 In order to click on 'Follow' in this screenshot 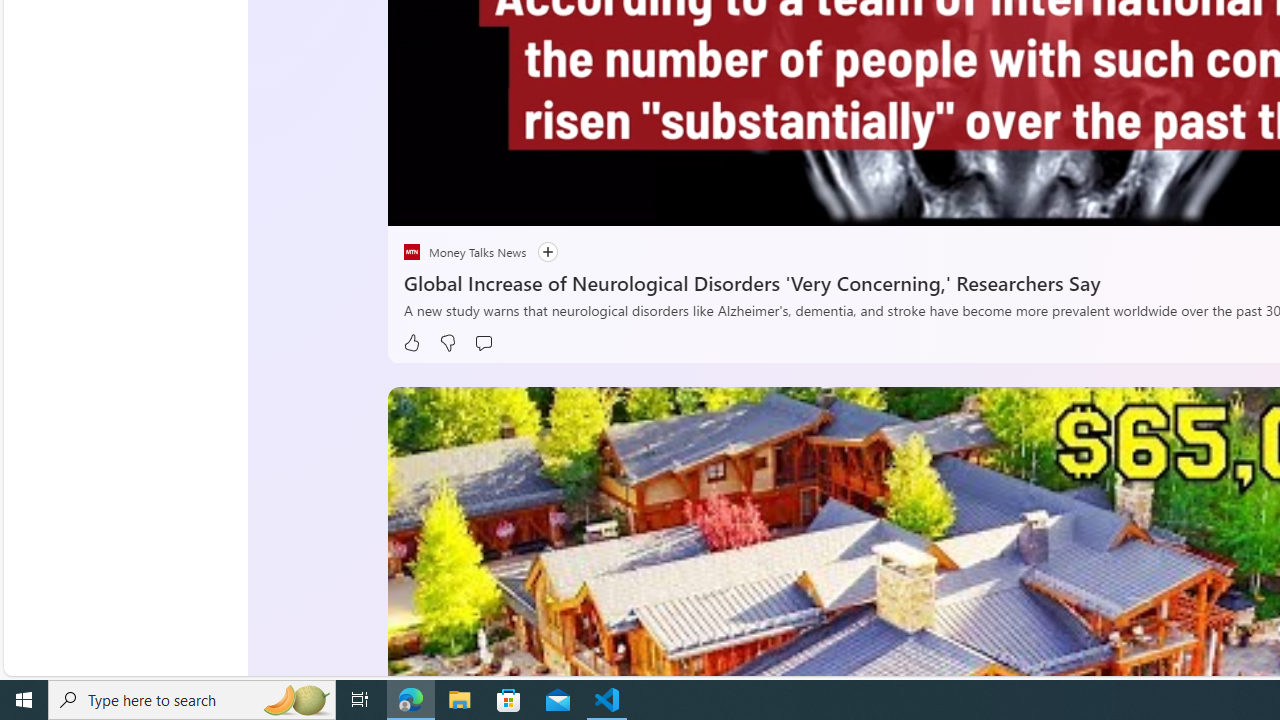, I will do `click(538, 251)`.